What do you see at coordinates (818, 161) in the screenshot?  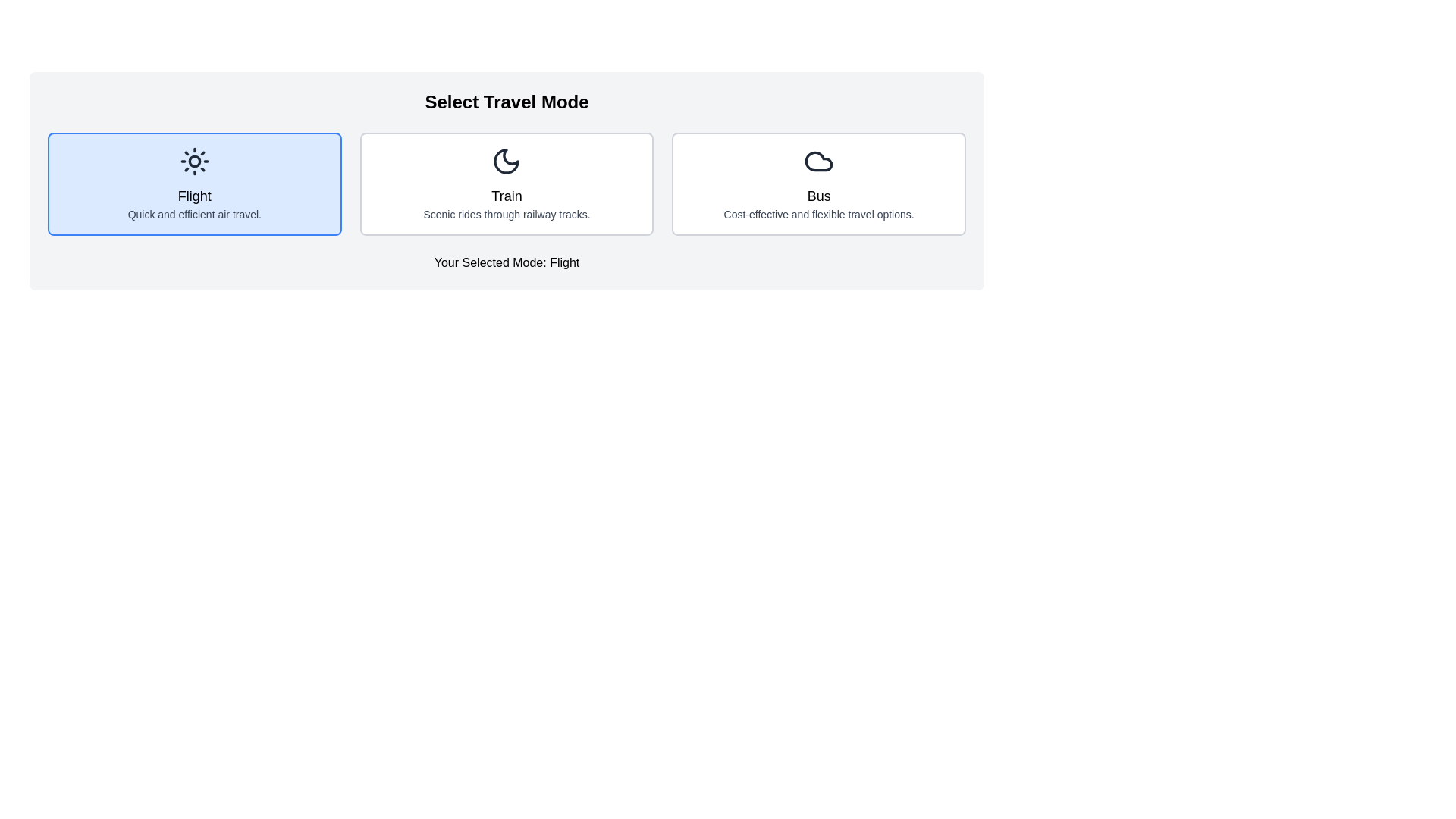 I see `the cloud-shaped icon located in the 'Bus' selection box of the travel mode interface` at bounding box center [818, 161].